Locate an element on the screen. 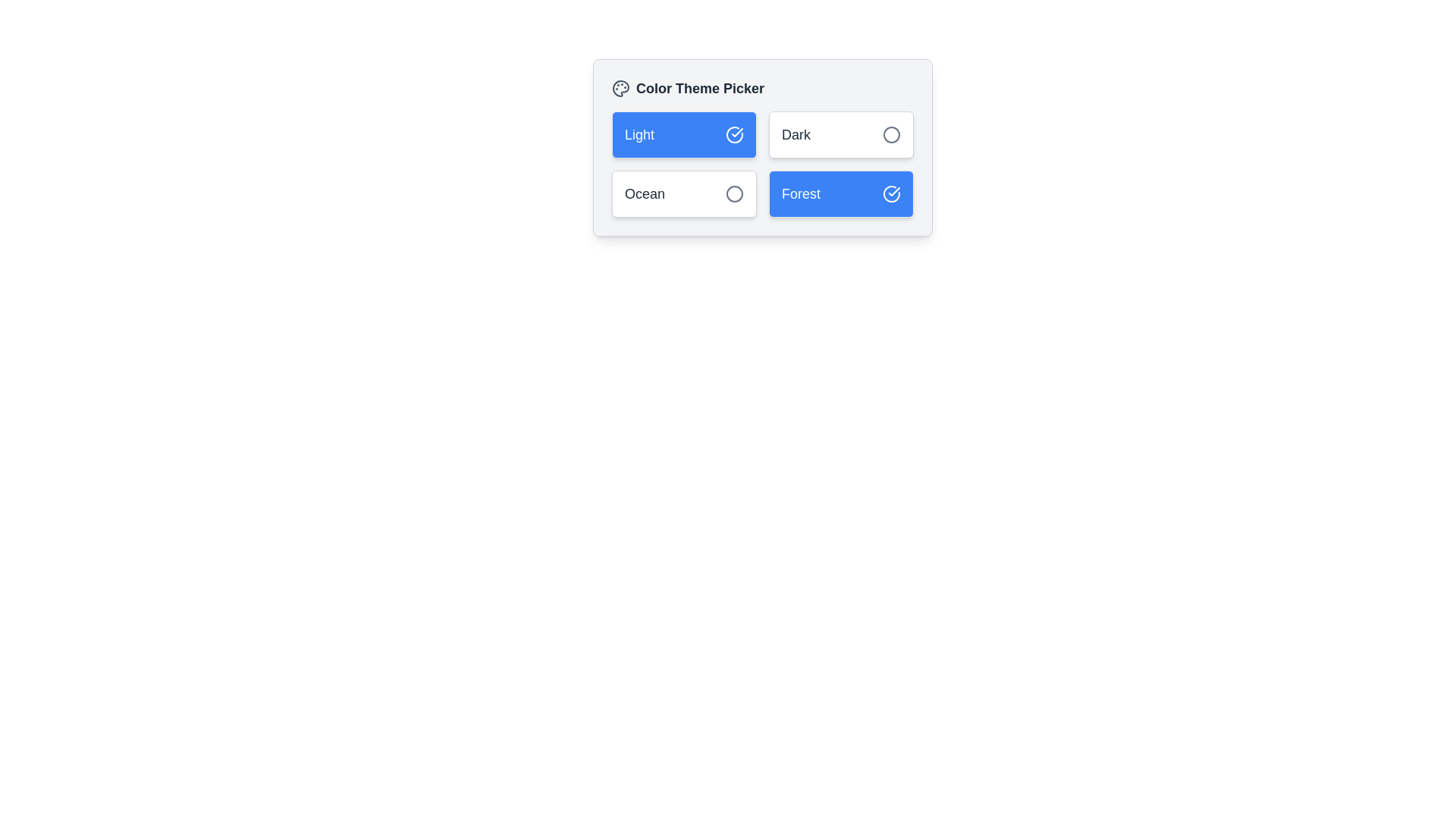  the button labeled Ocean to observe visual feedback is located at coordinates (683, 193).